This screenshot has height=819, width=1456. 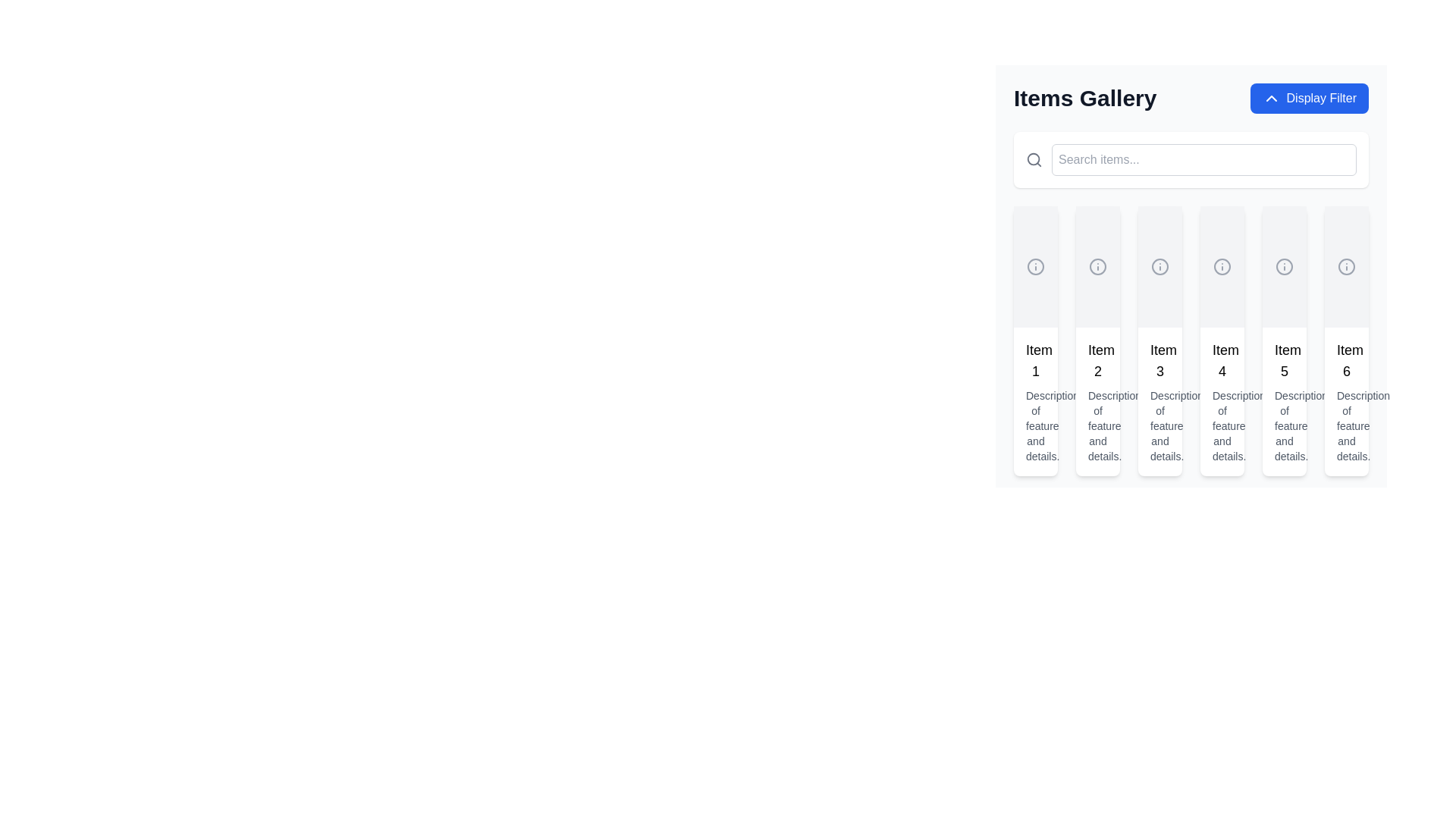 What do you see at coordinates (1222, 341) in the screenshot?
I see `the card located in the first row and the fourth column of the grid, which provides a summary of information about a feature or item` at bounding box center [1222, 341].